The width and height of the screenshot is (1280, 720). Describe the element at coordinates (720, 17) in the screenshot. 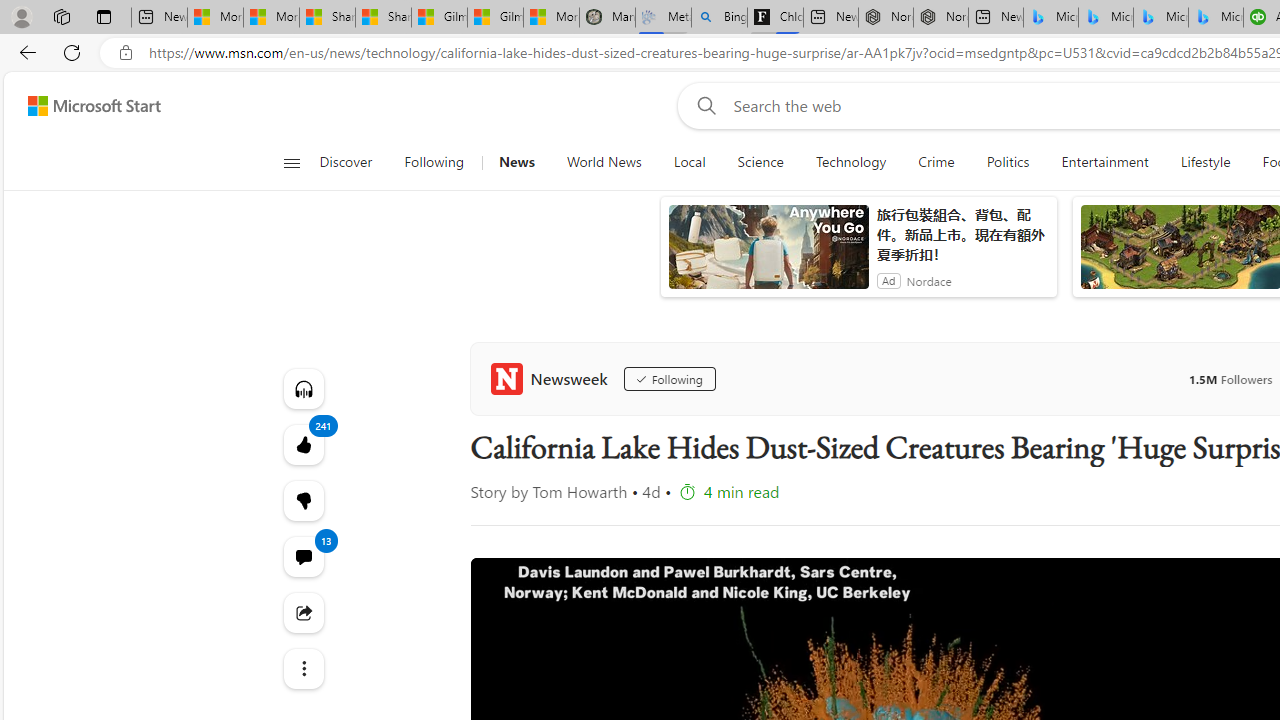

I see `'Bing Real Estate - Home sales and rental listings'` at that location.